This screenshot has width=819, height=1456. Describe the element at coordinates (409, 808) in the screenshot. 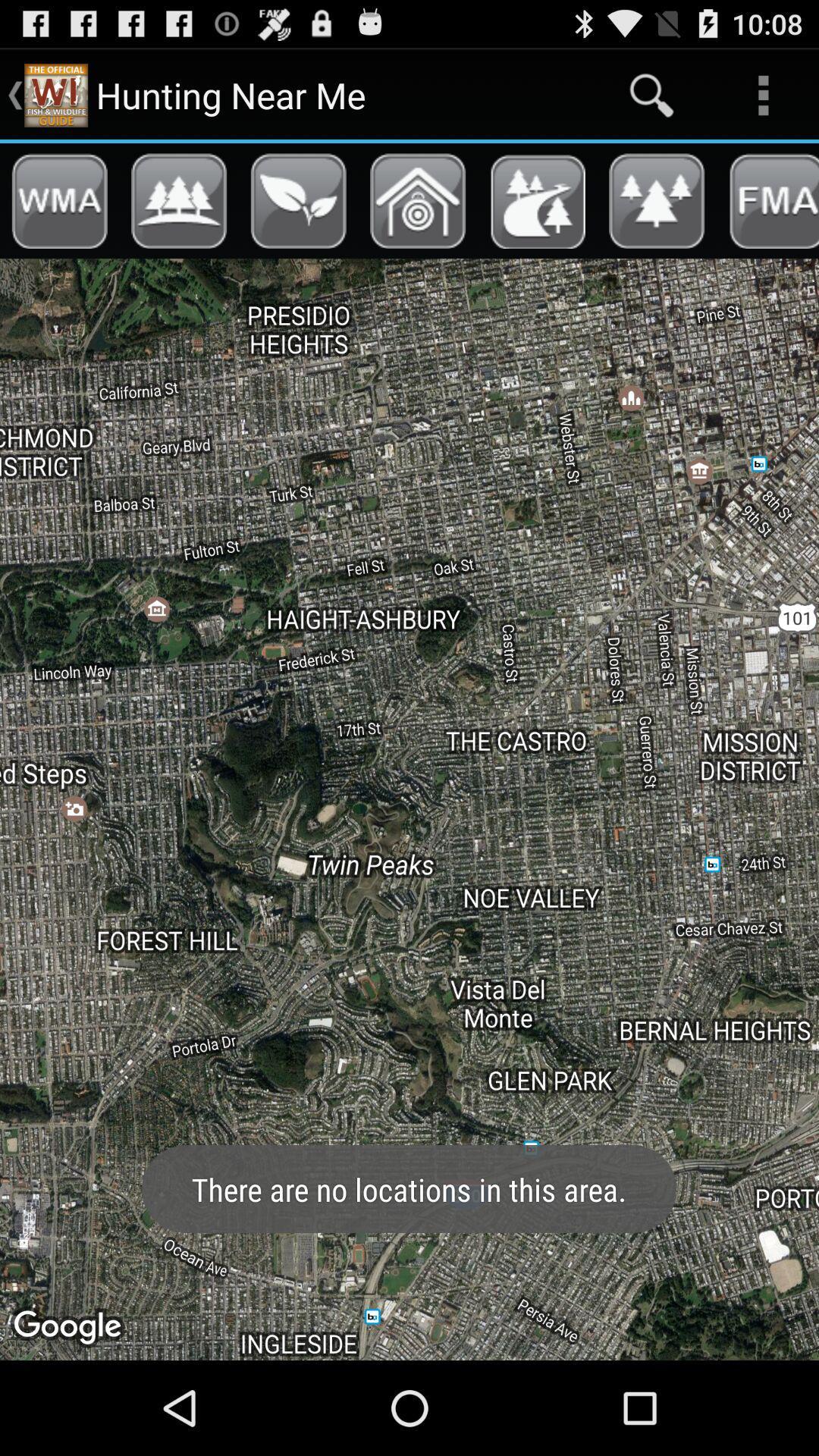

I see `item at the center` at that location.